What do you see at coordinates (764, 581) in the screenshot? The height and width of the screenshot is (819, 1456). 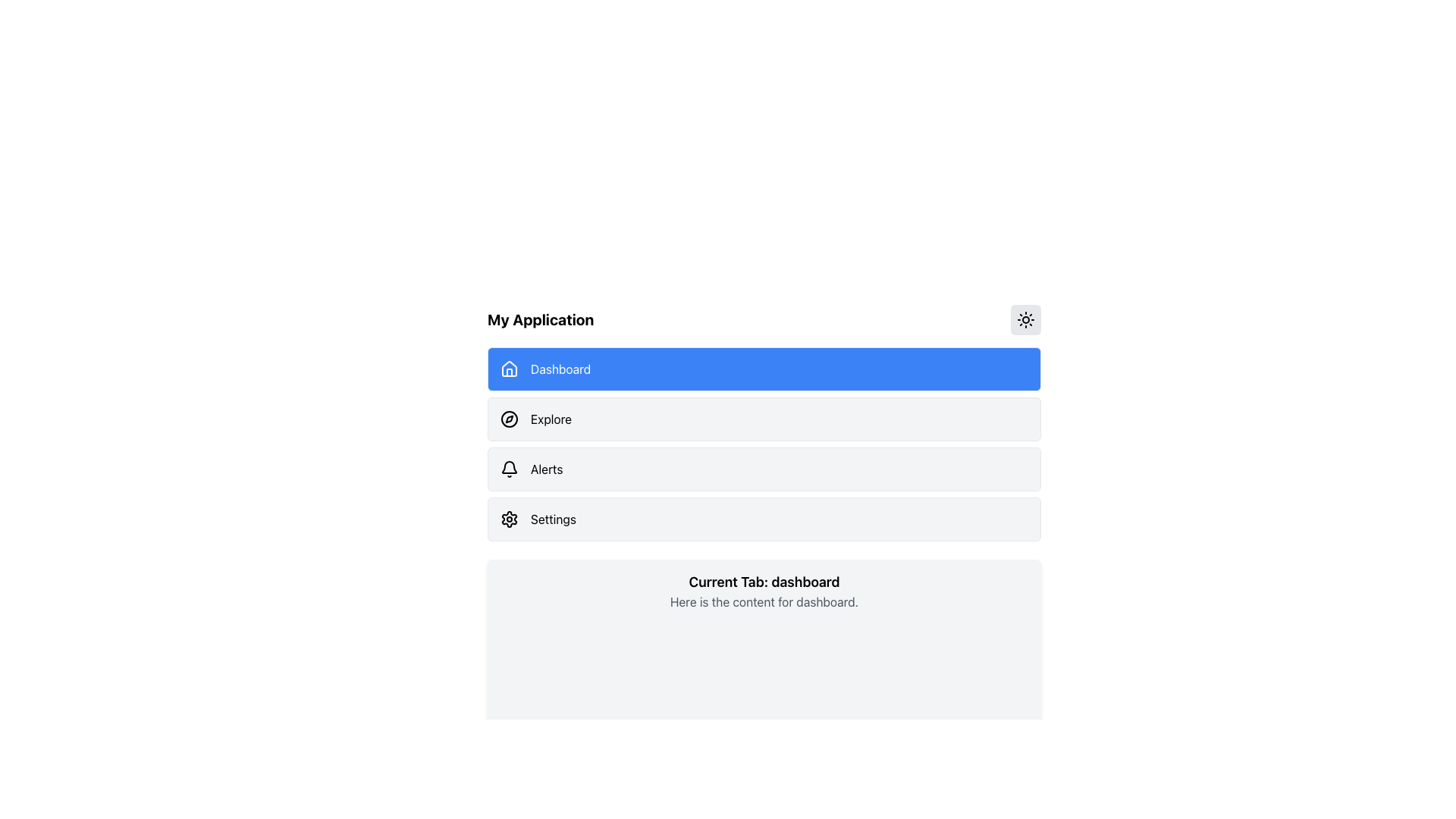 I see `Text Label that indicates the currently active tab of the application interface, located on the right side near the bottom of a gray-colored box` at bounding box center [764, 581].